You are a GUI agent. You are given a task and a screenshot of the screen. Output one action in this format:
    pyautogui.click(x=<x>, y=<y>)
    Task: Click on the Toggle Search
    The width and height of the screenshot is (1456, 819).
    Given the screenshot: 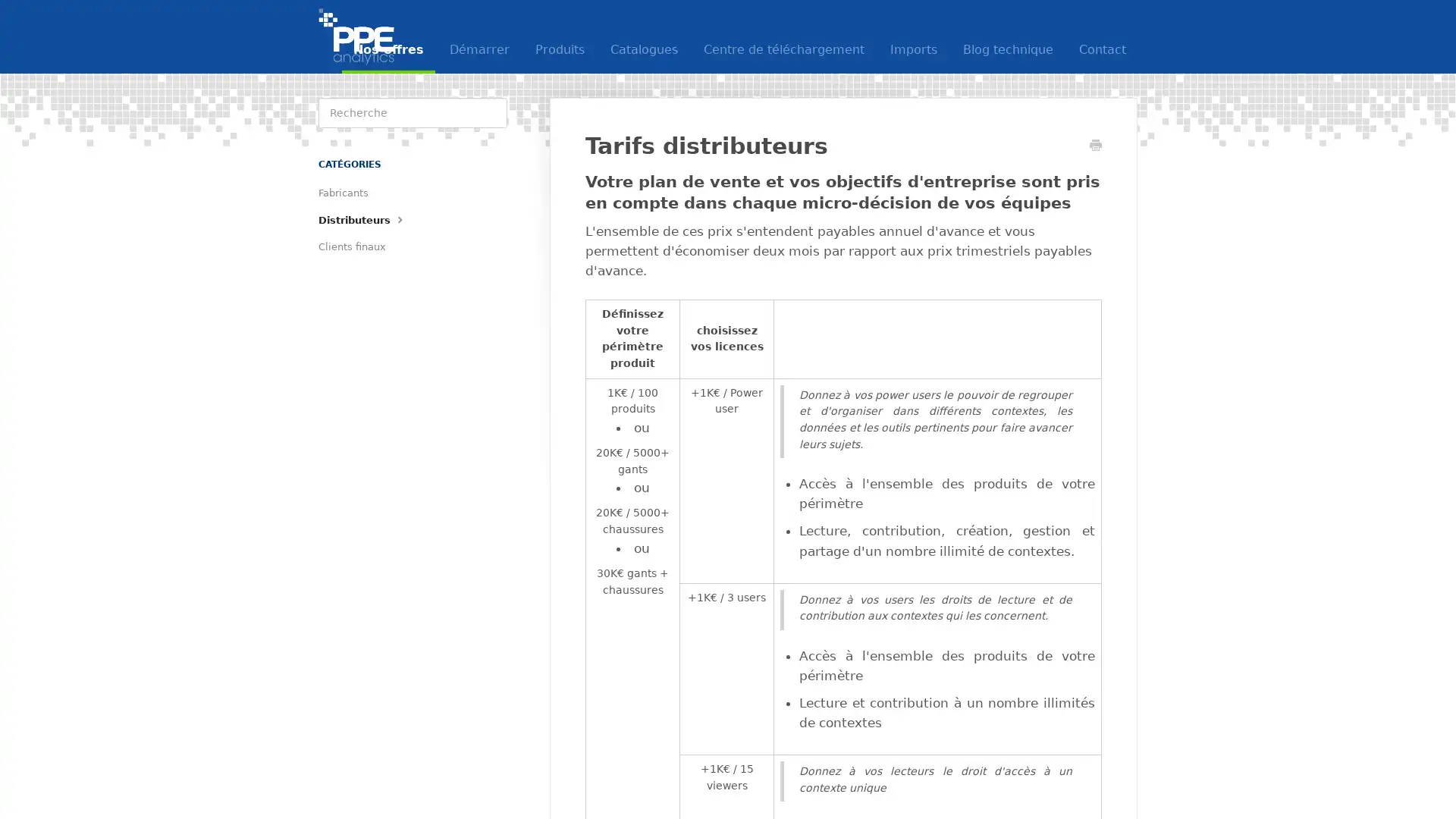 What is the action you would take?
    pyautogui.click(x=491, y=112)
    